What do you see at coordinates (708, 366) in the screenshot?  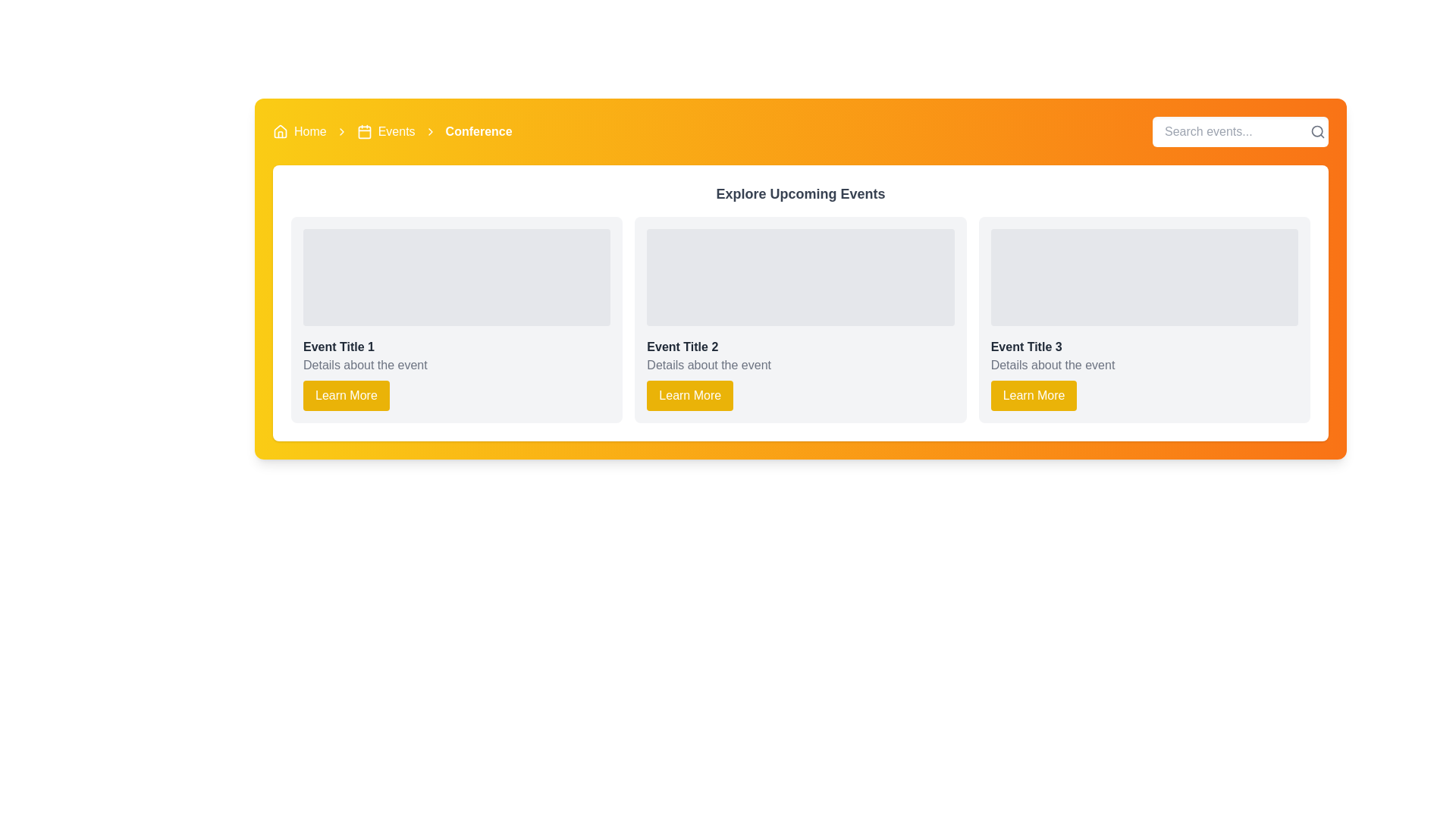 I see `the plain text label providing additional context about the event, which is located below 'Event Title 2' and above the 'Learn More' button` at bounding box center [708, 366].